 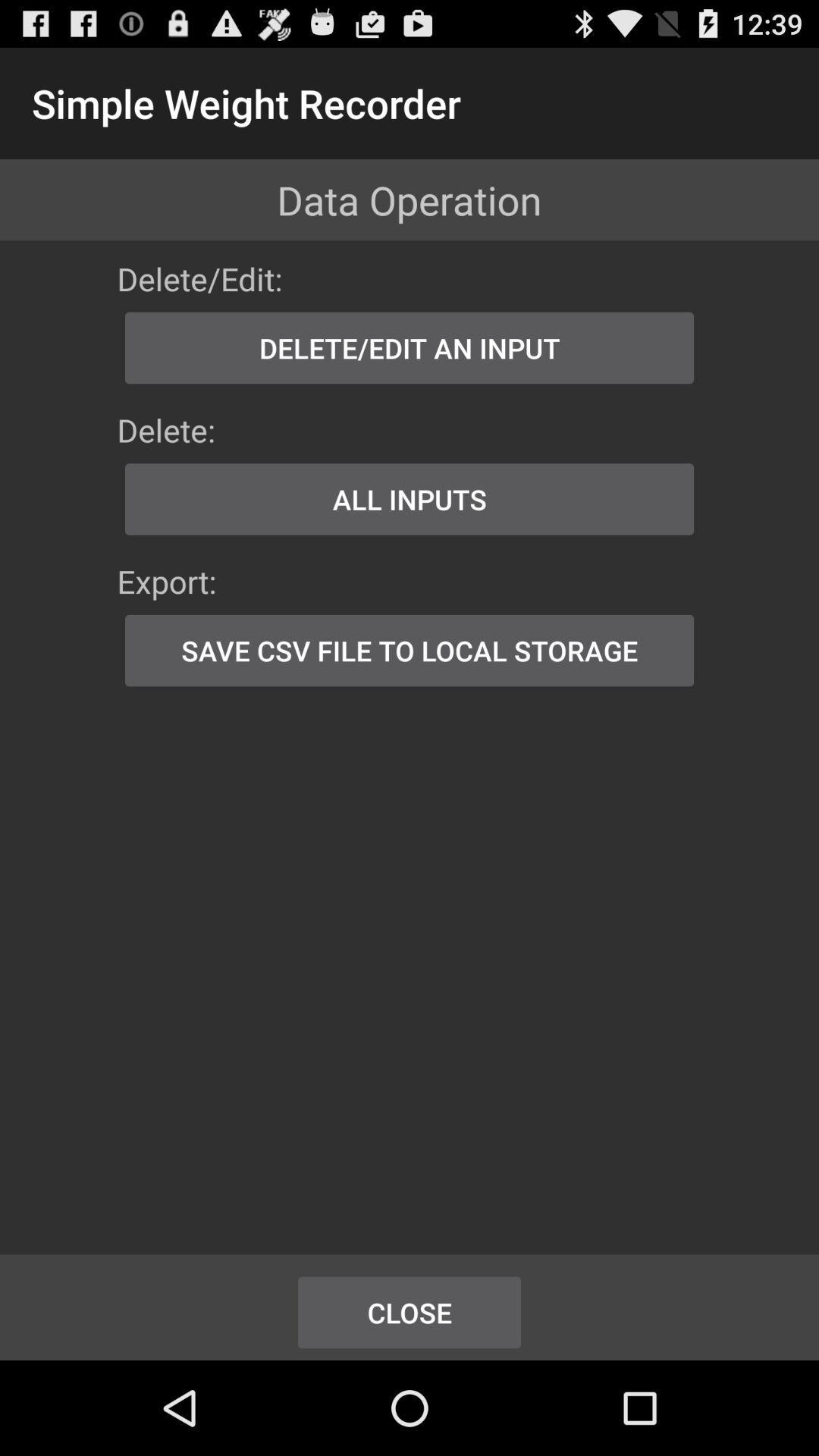 What do you see at coordinates (409, 499) in the screenshot?
I see `the all inputs` at bounding box center [409, 499].